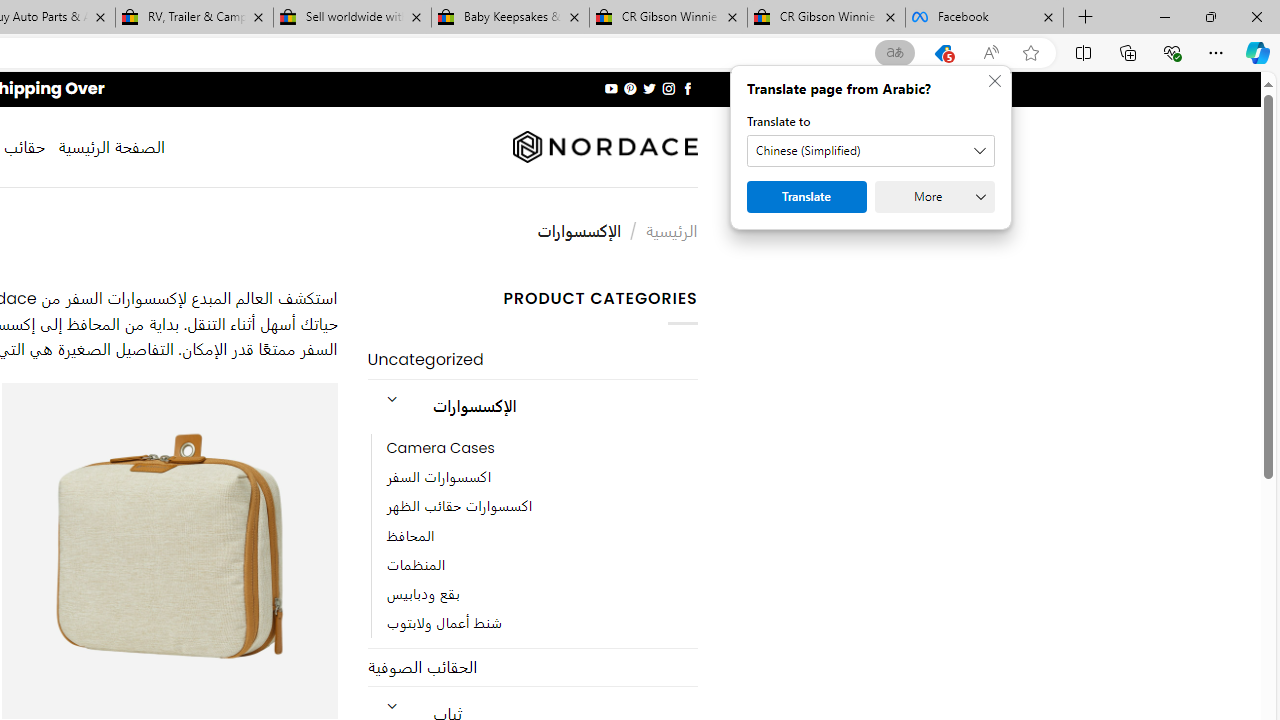  Describe the element at coordinates (668, 88) in the screenshot. I see `'Follow on Instagram'` at that location.